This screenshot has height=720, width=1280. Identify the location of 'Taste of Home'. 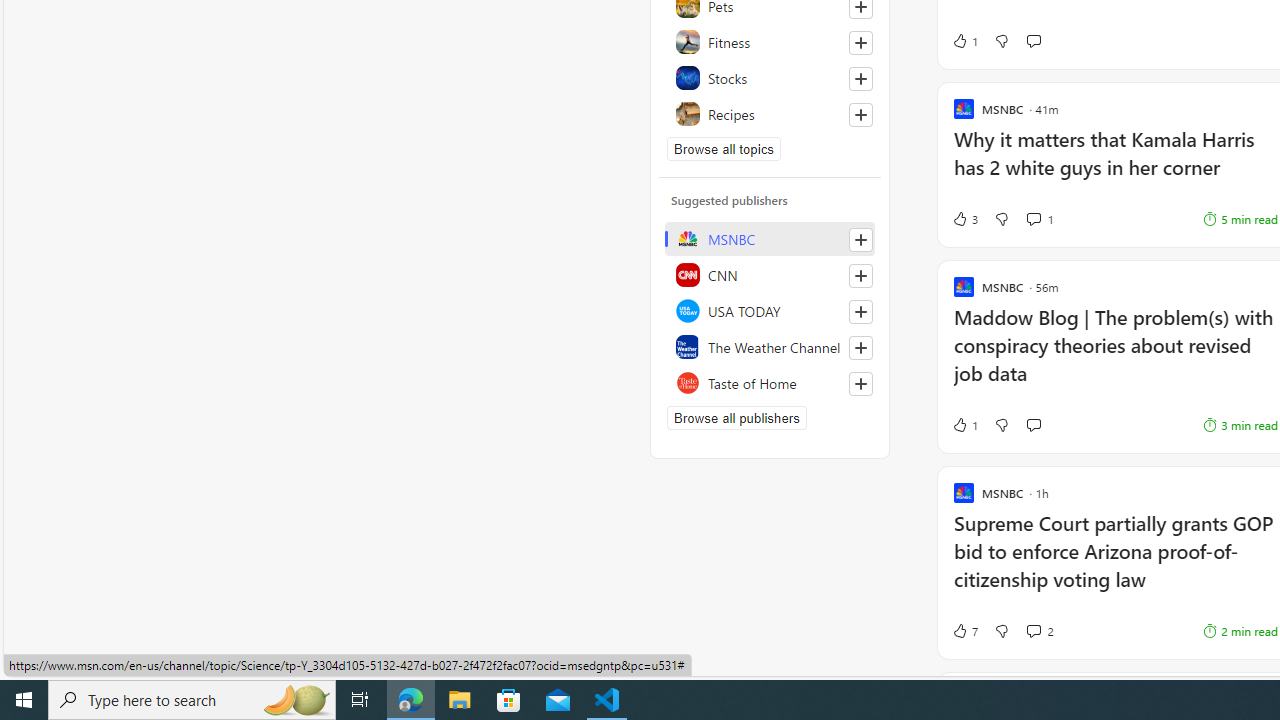
(769, 383).